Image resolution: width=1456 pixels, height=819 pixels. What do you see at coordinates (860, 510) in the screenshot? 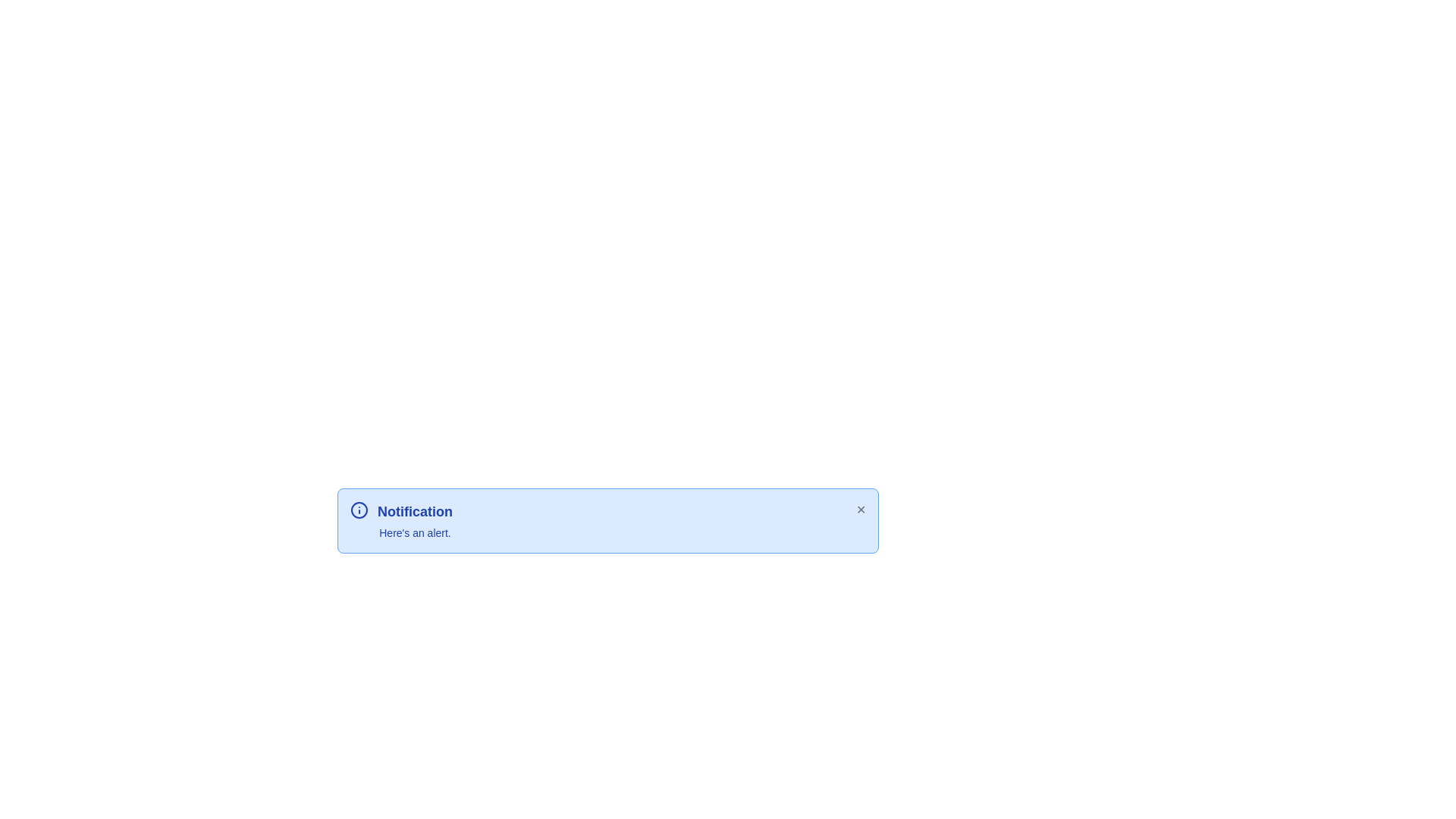
I see `the close button to dismiss the alert` at bounding box center [860, 510].